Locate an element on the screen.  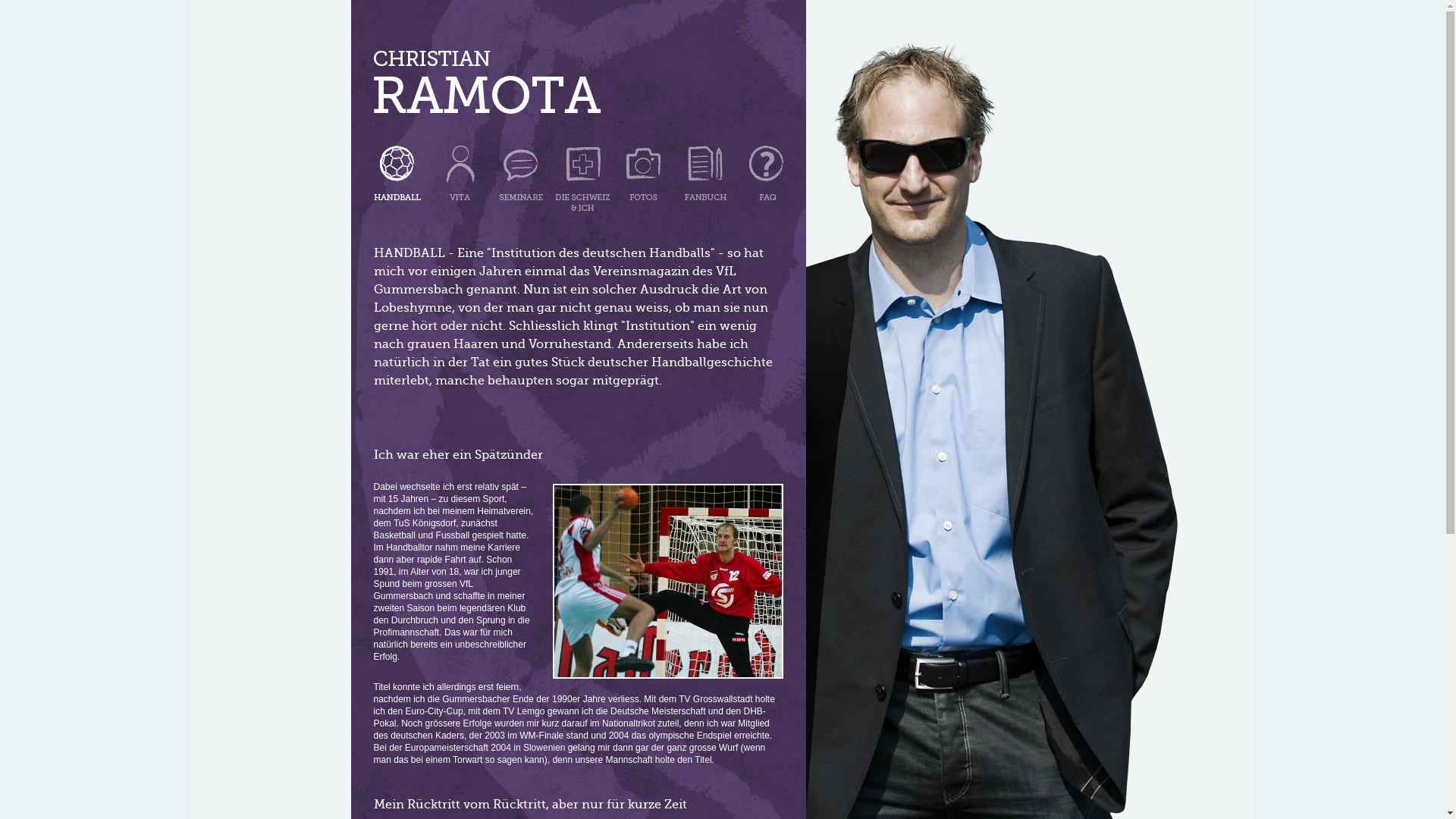
' ' is located at coordinates (582, 168).